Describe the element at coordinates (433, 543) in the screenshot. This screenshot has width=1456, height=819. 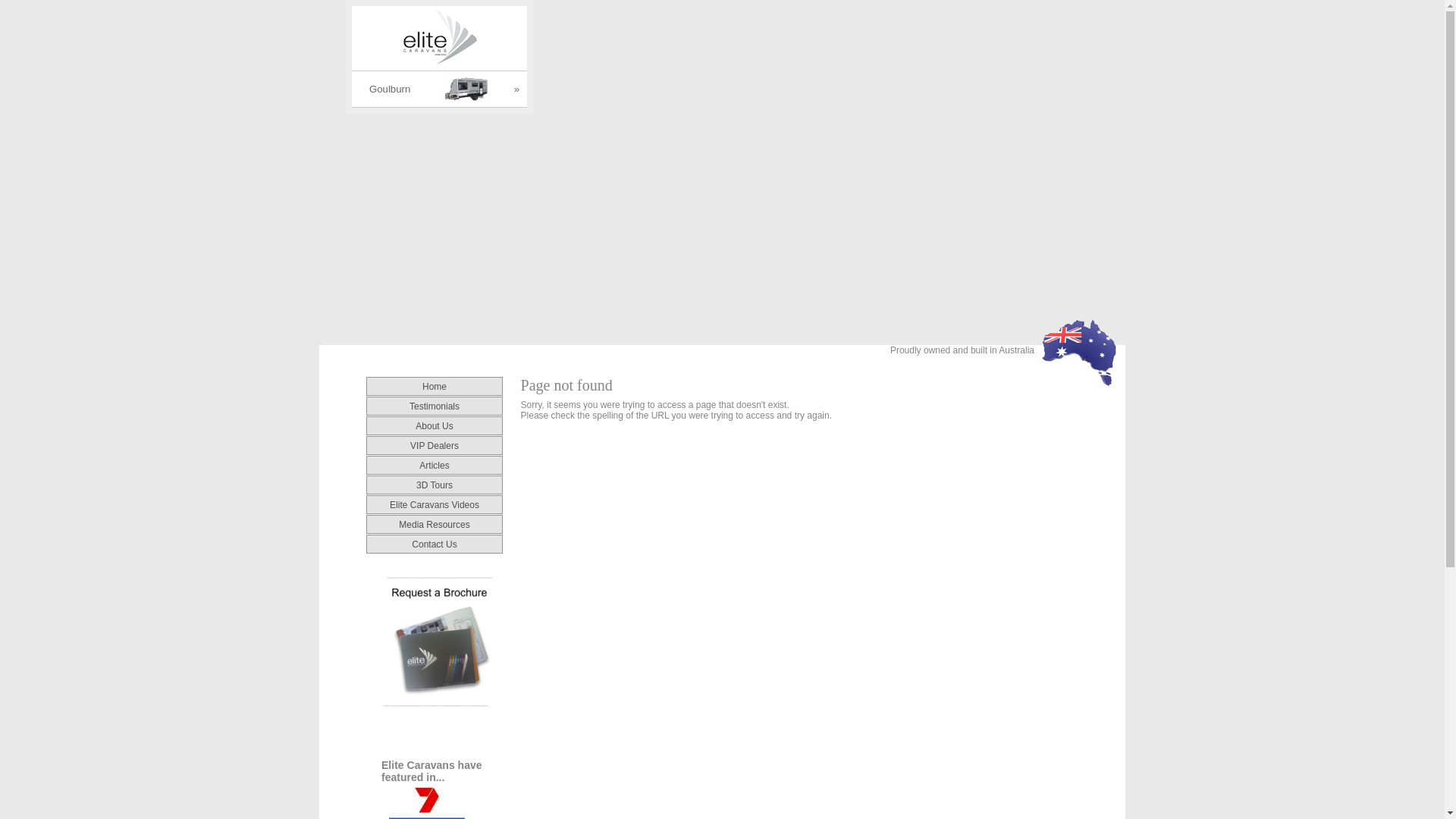
I see `'Contact Us'` at that location.